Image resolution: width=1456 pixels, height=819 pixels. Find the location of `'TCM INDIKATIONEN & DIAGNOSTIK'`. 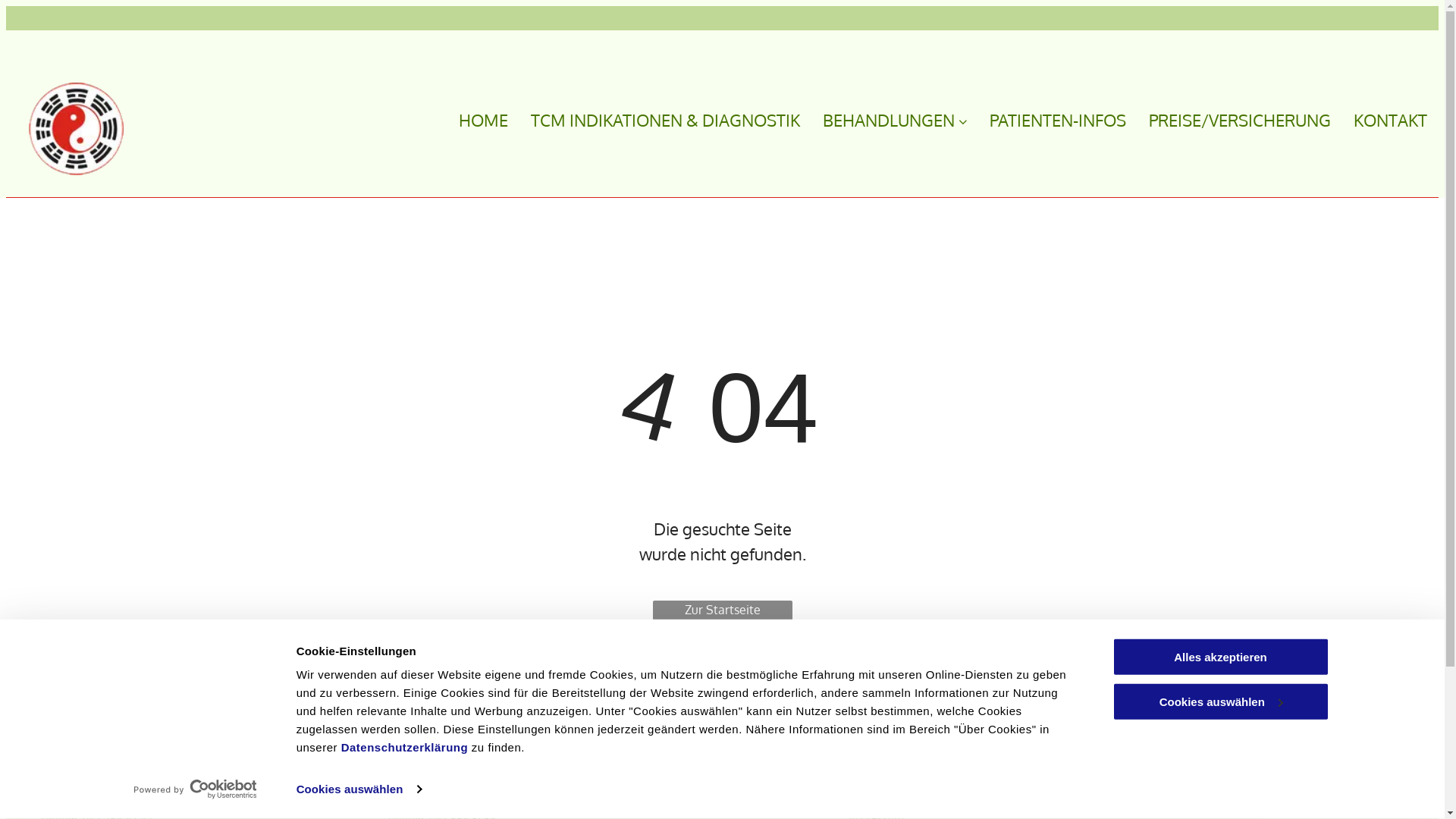

'TCM INDIKATIONEN & DIAGNOSTIK' is located at coordinates (508, 119).